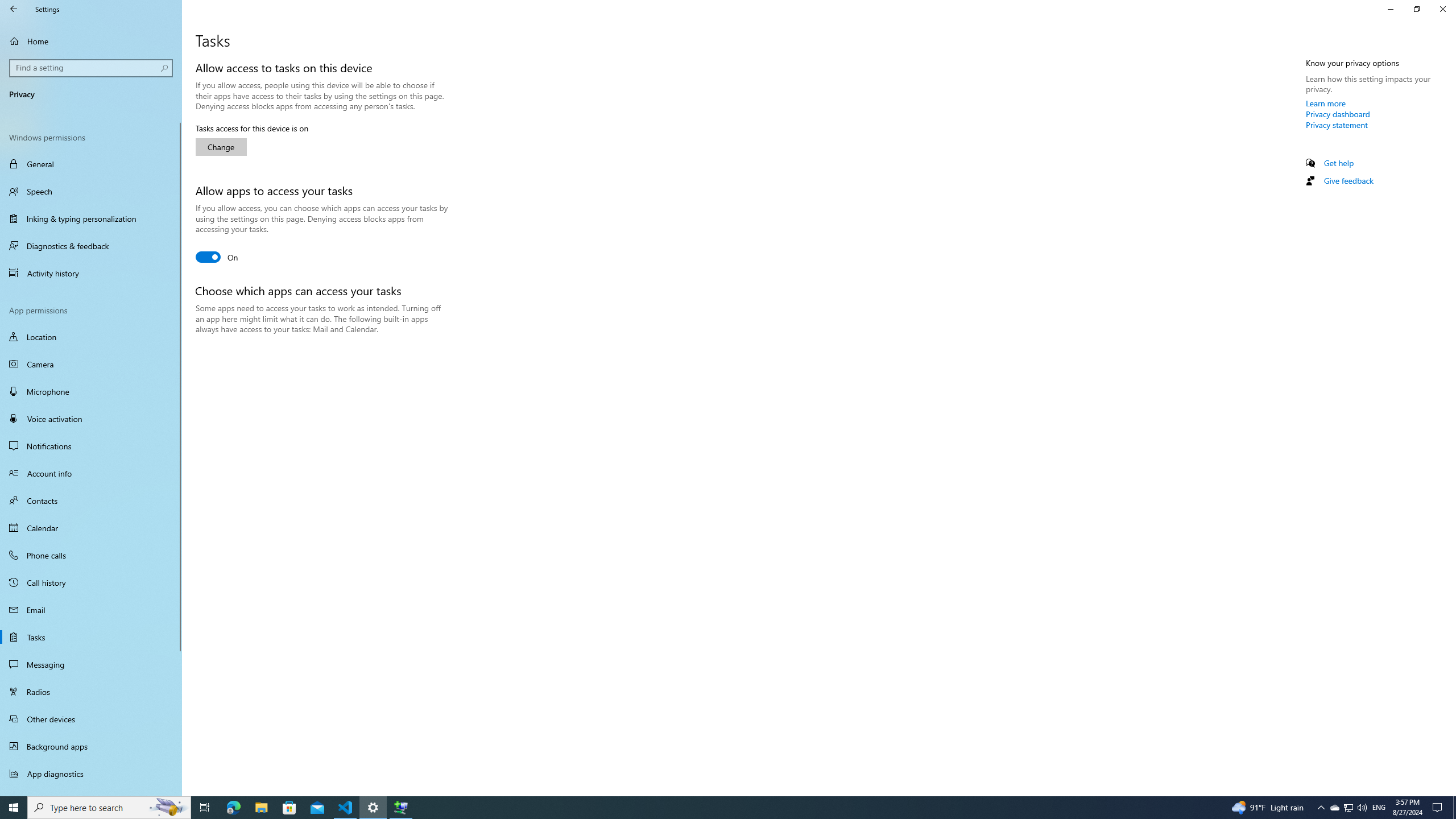  Describe the element at coordinates (90, 745) in the screenshot. I see `'Background apps'` at that location.